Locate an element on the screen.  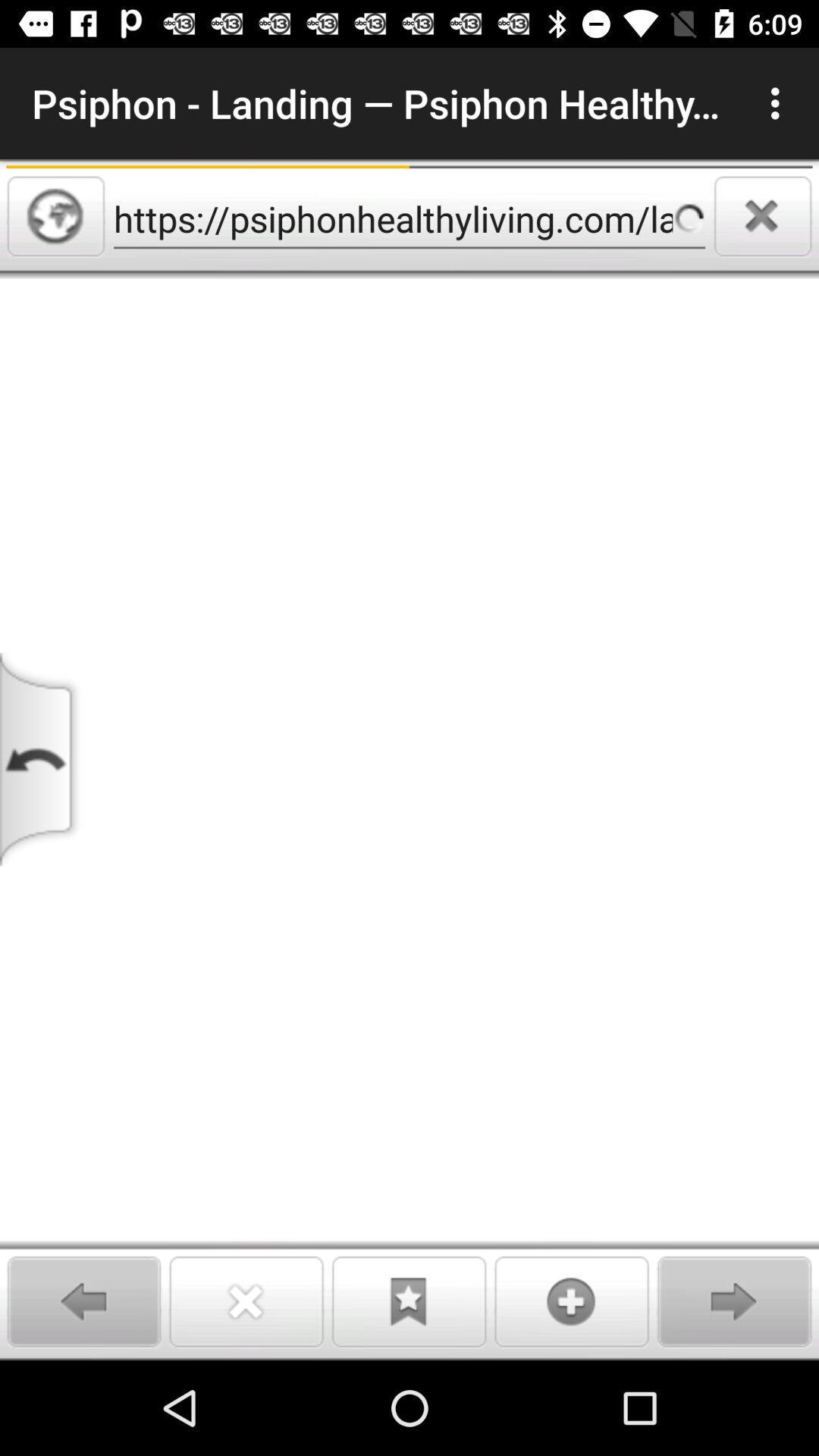
open new page is located at coordinates (572, 1301).